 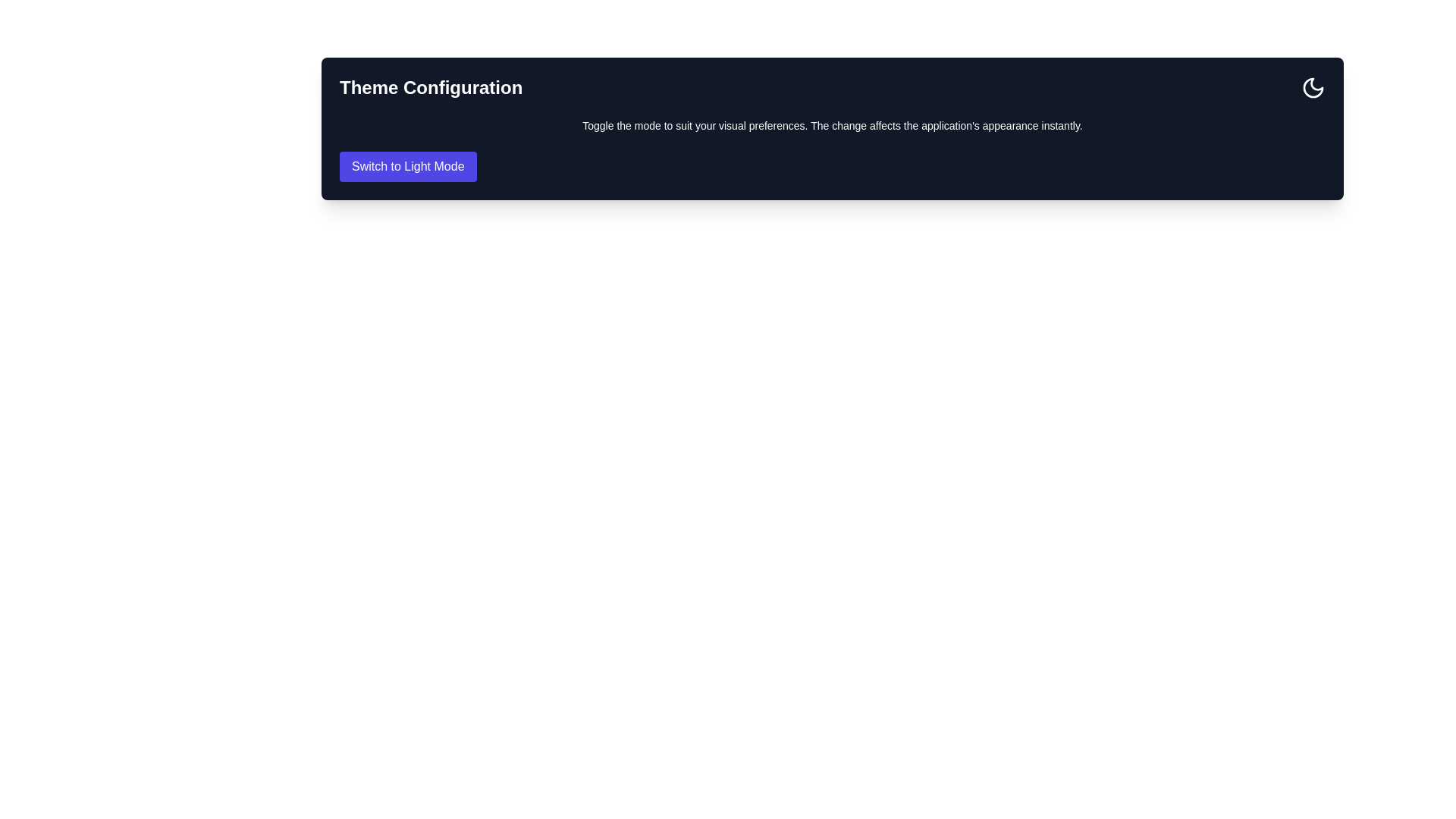 What do you see at coordinates (1313, 87) in the screenshot?
I see `the theme toggle icon located` at bounding box center [1313, 87].